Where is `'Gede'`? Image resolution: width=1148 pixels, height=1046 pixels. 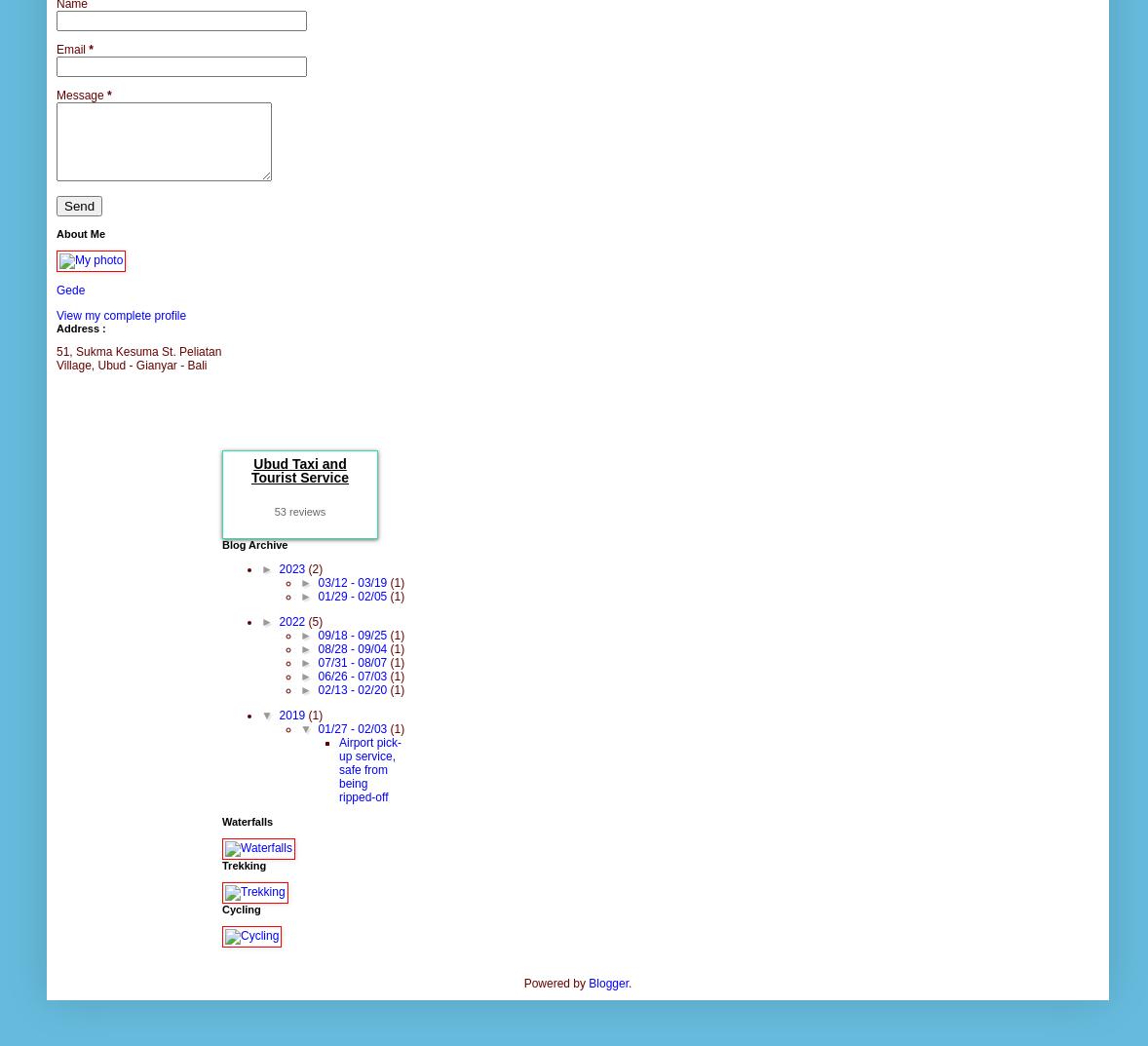 'Gede' is located at coordinates (55, 289).